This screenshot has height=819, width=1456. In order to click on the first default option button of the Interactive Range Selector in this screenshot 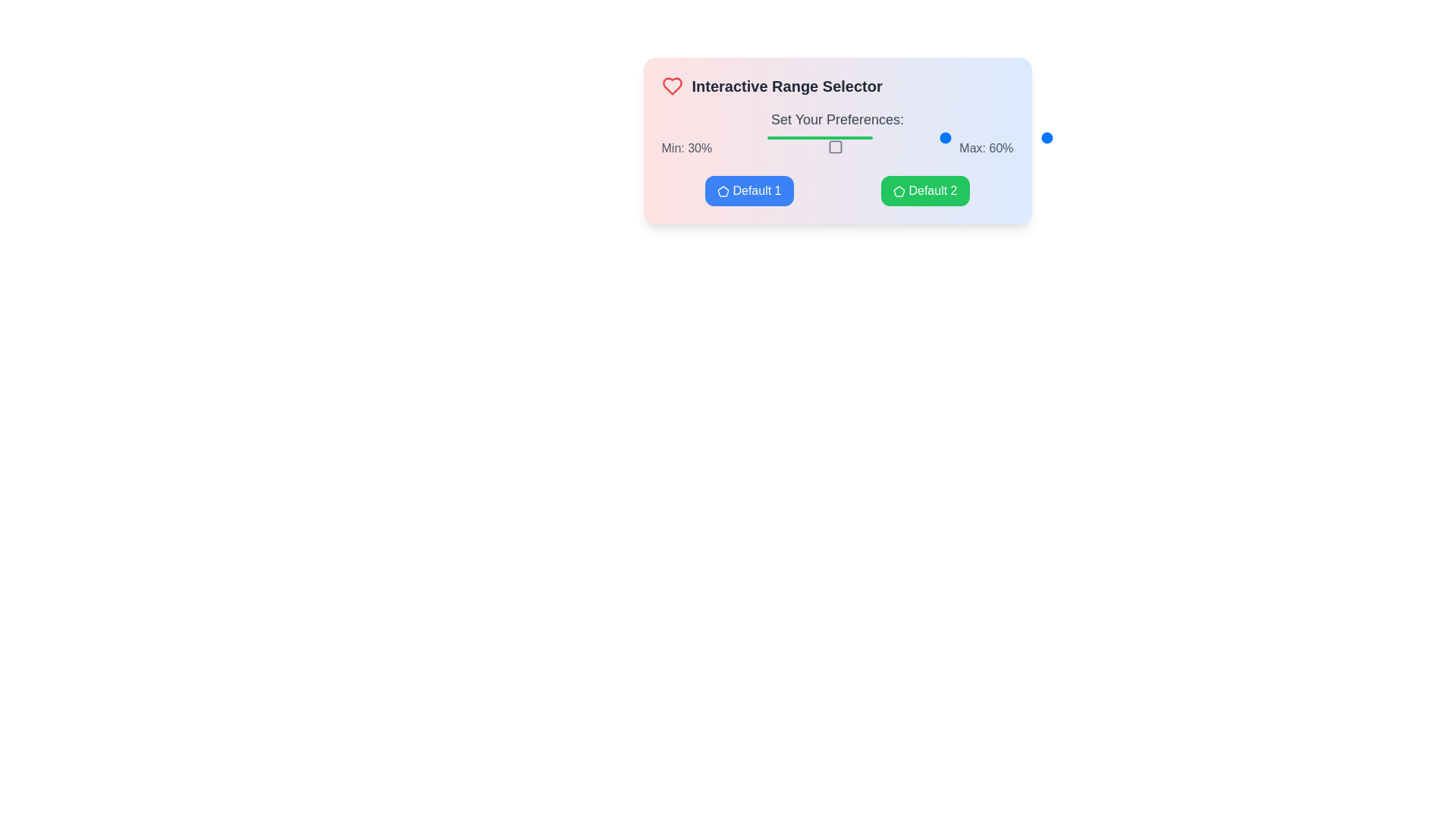, I will do `click(749, 190)`.